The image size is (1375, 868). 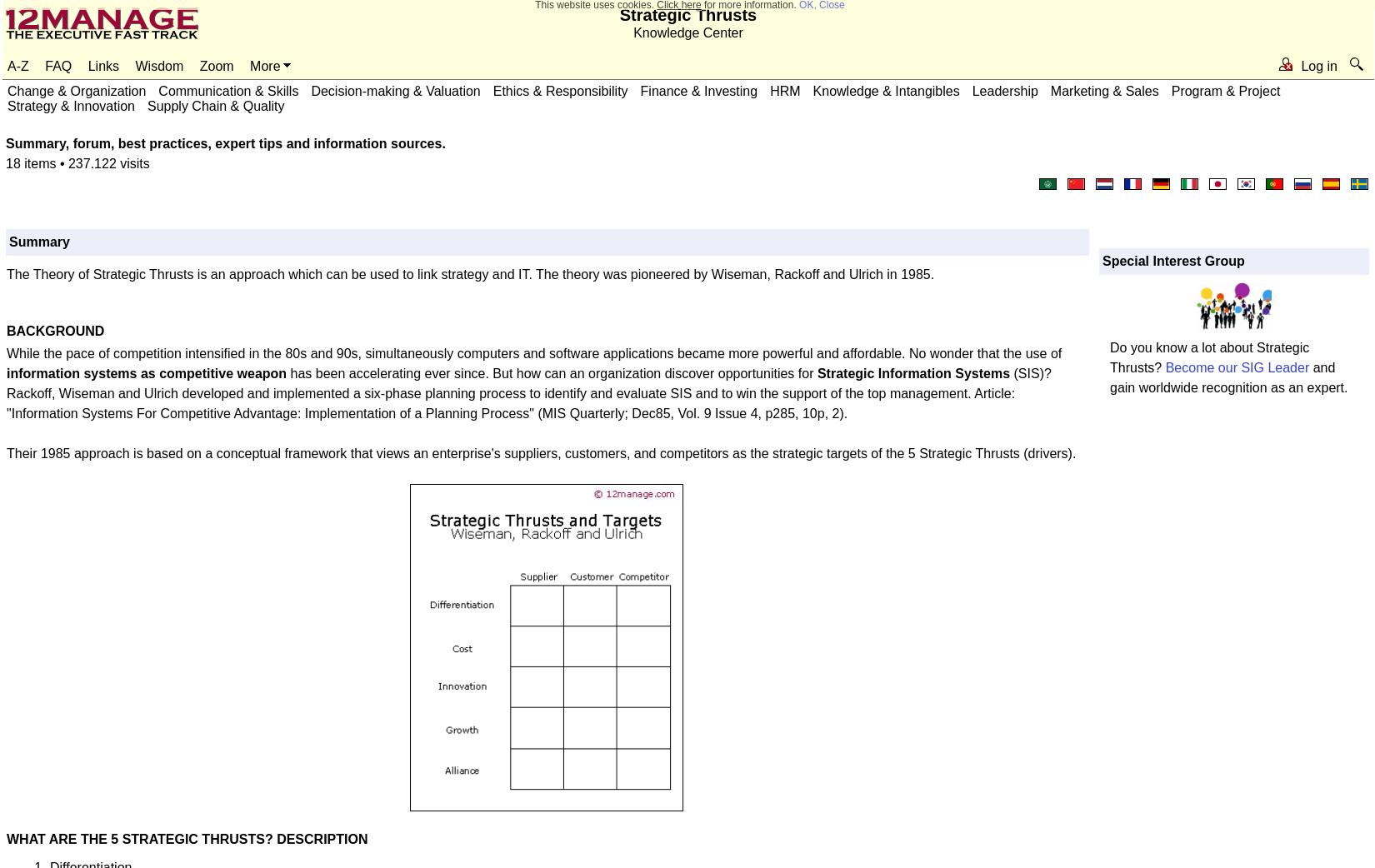 I want to click on 'Wisdom', so click(x=159, y=65).